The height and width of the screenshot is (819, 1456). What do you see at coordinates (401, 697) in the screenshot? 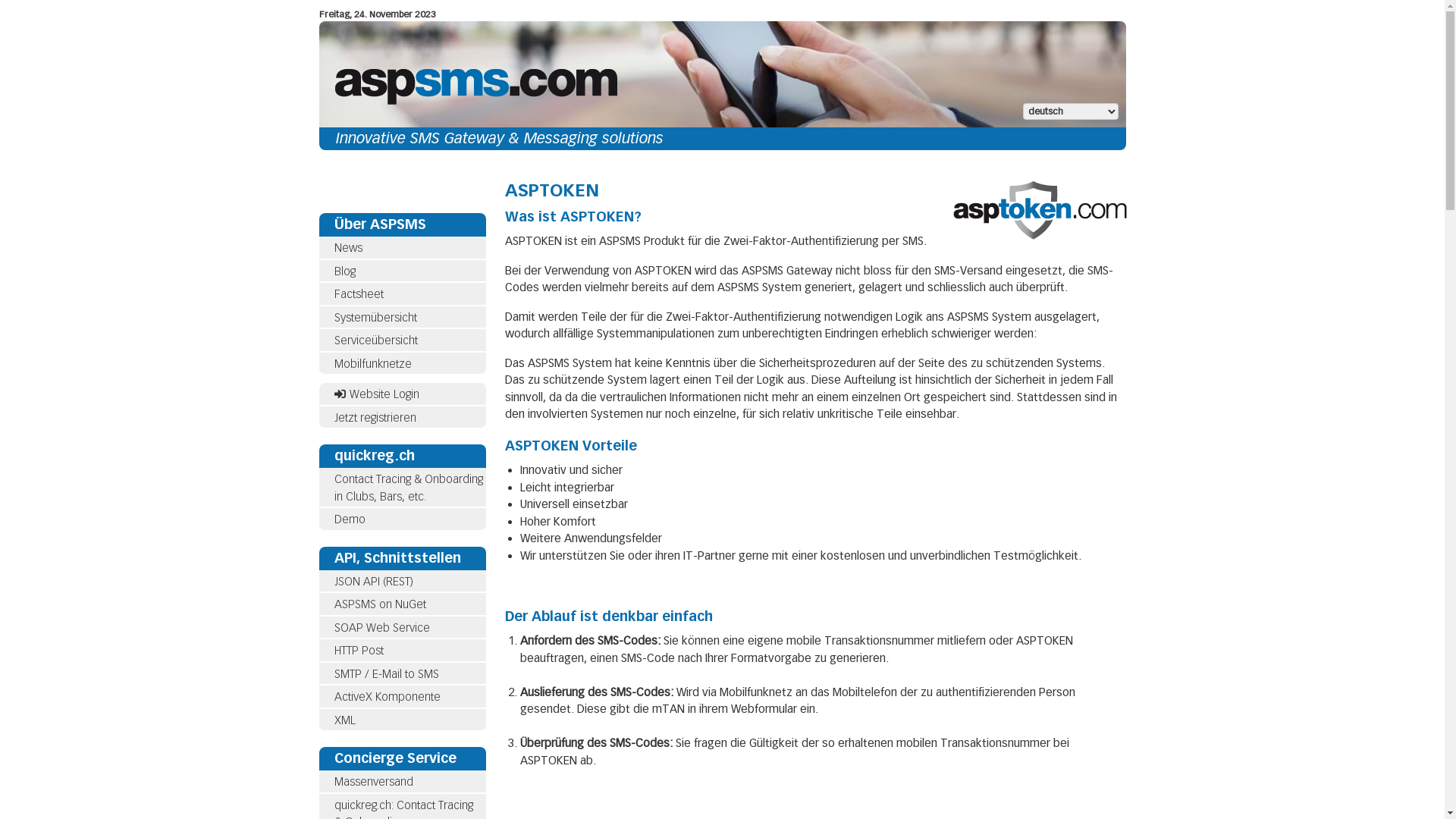
I see `'ActiveX Komponente'` at bounding box center [401, 697].